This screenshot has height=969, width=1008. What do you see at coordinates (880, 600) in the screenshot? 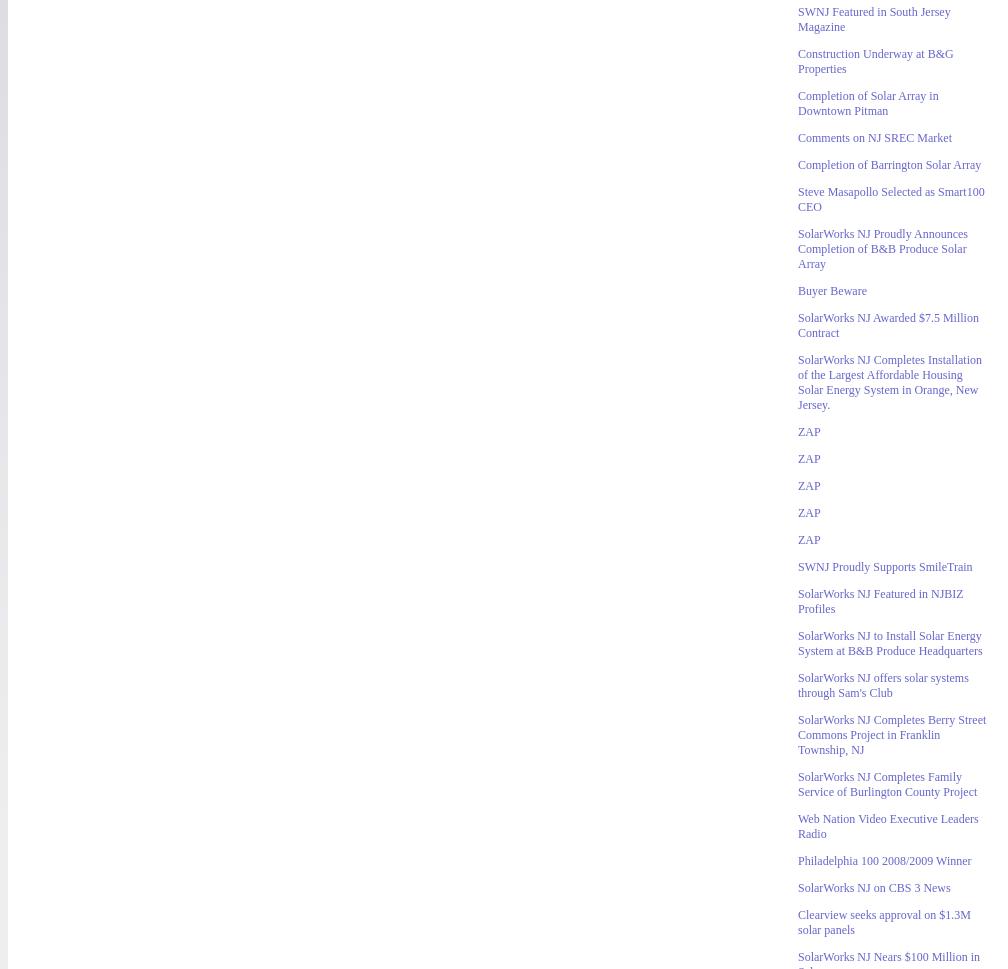
I see `'SolarWorks NJ Featured in NJBIZ Profiles'` at bounding box center [880, 600].